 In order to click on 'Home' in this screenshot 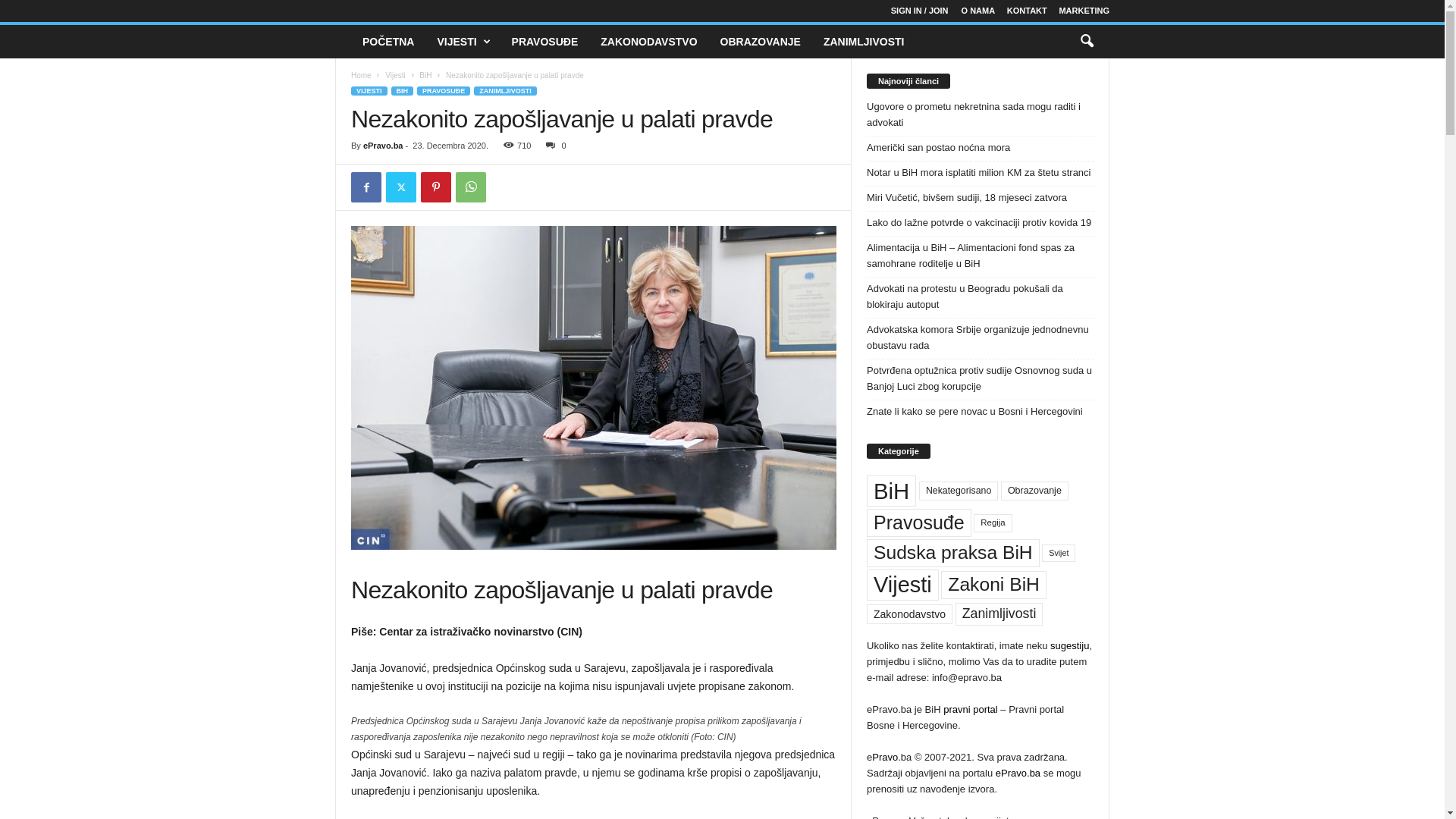, I will do `click(350, 75)`.